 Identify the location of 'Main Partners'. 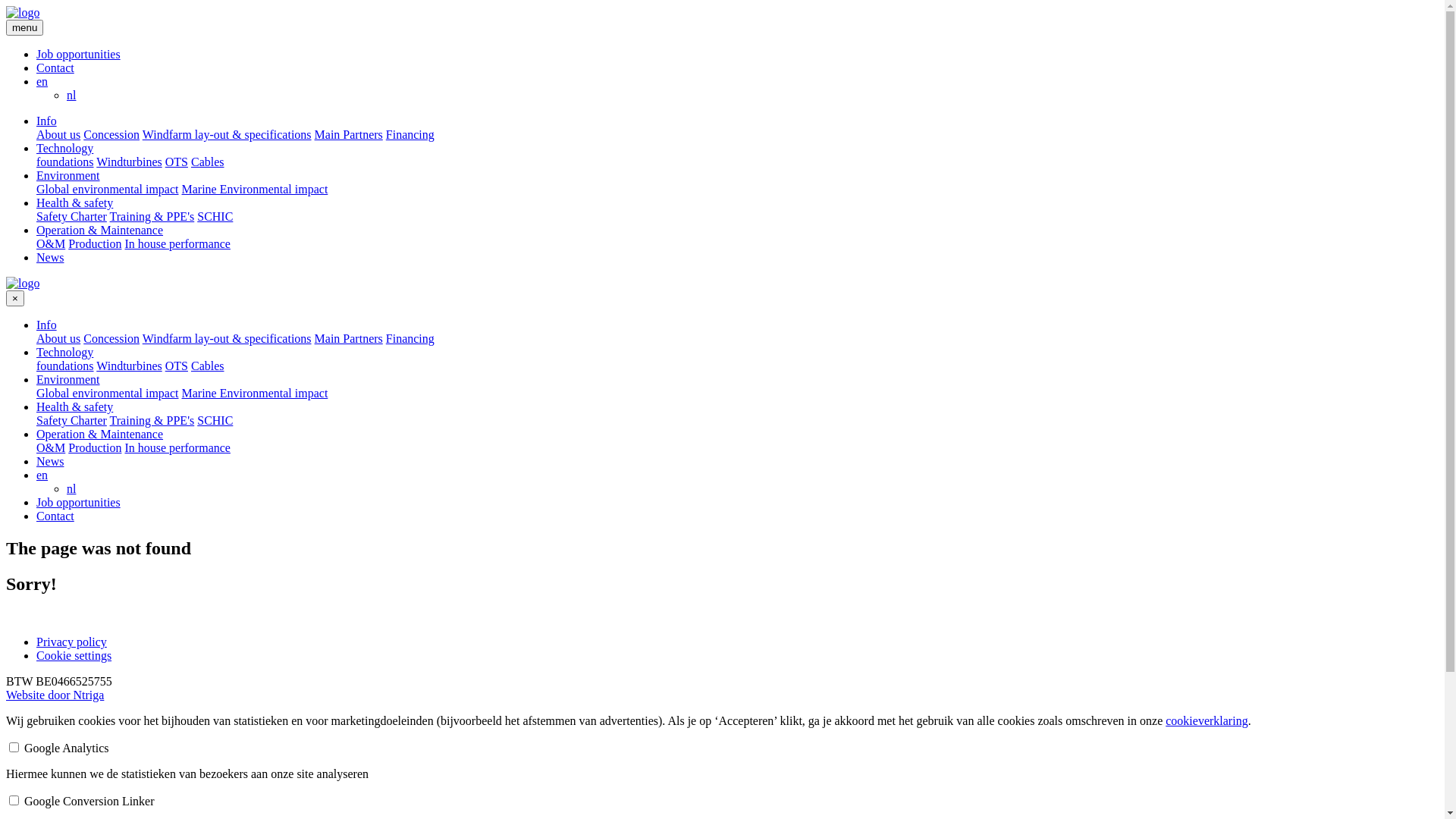
(348, 337).